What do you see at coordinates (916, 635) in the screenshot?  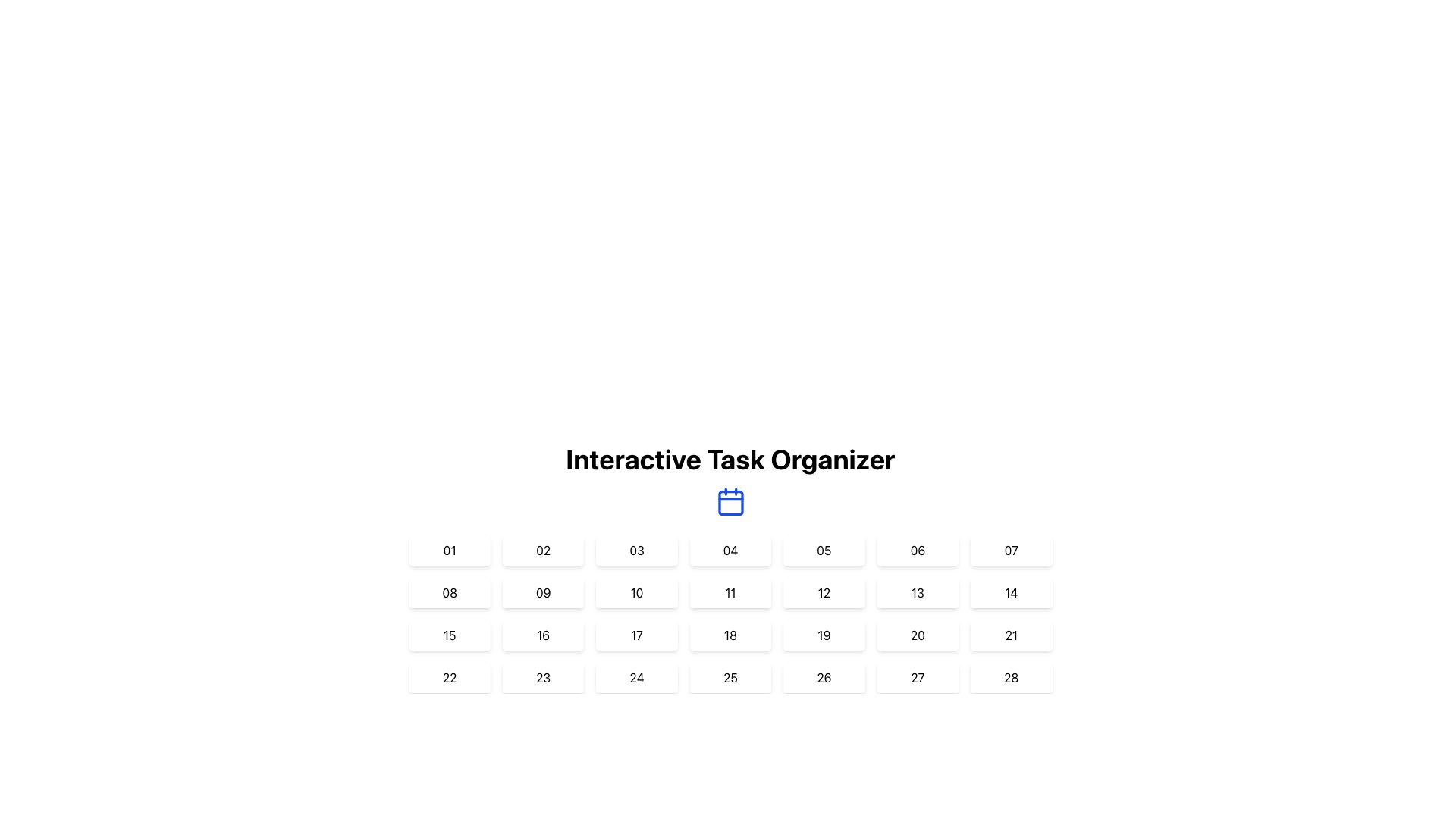 I see `the button corresponding to the date '20'` at bounding box center [916, 635].